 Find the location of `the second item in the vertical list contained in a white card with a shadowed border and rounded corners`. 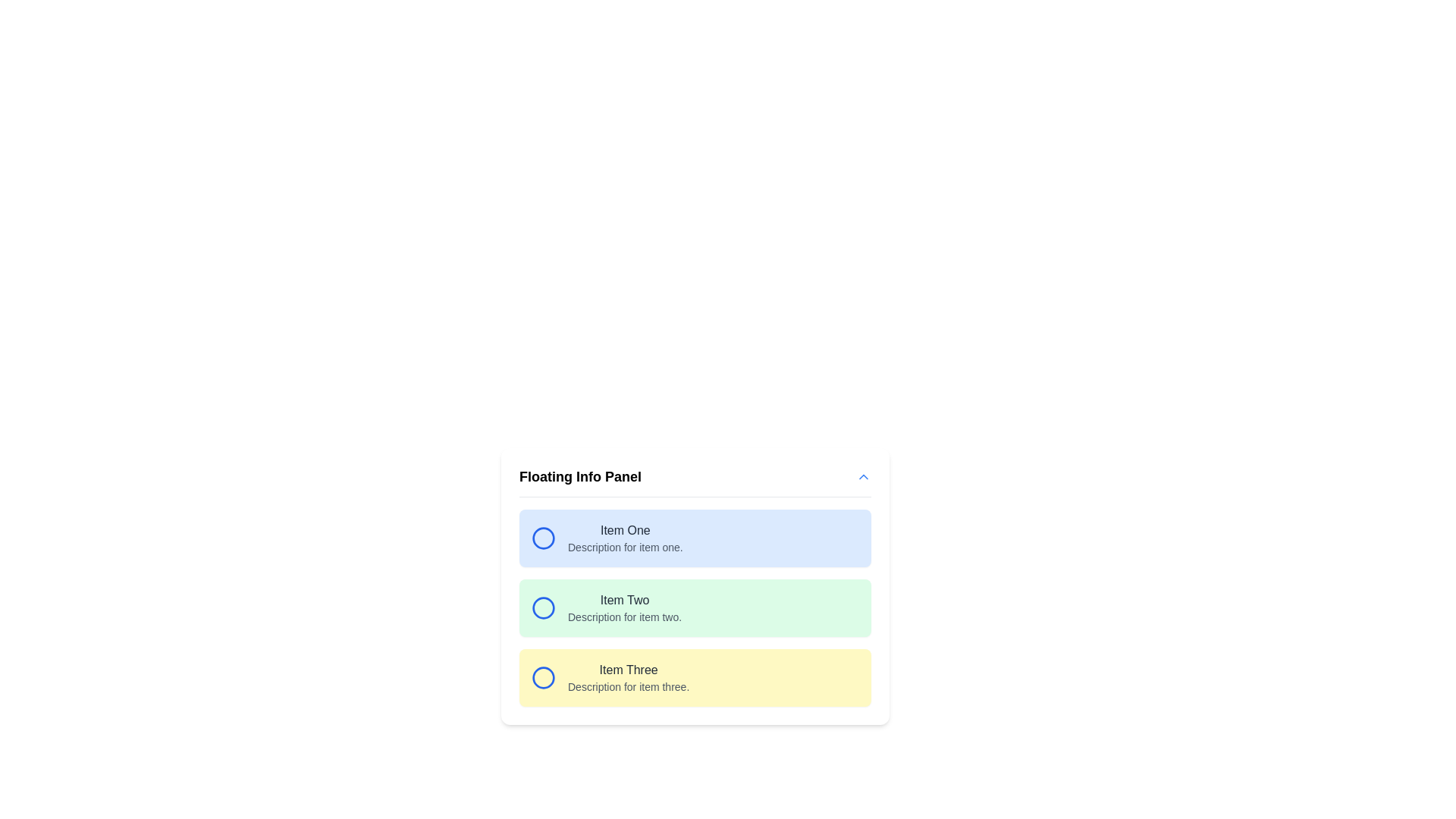

the second item in the vertical list contained in a white card with a shadowed border and rounded corners is located at coordinates (694, 607).